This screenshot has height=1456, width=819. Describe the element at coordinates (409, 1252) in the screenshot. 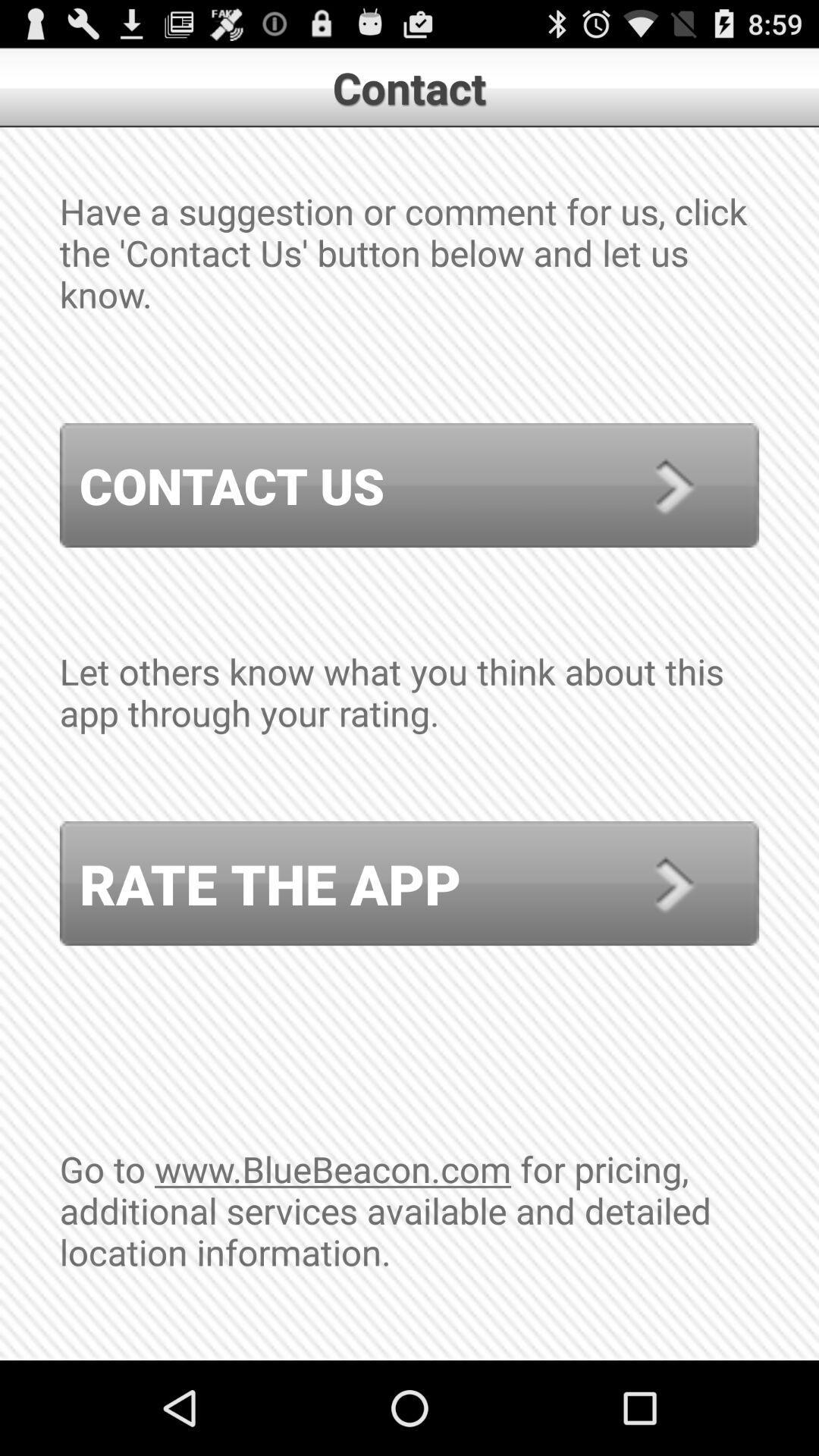

I see `the icon below rate the app` at that location.